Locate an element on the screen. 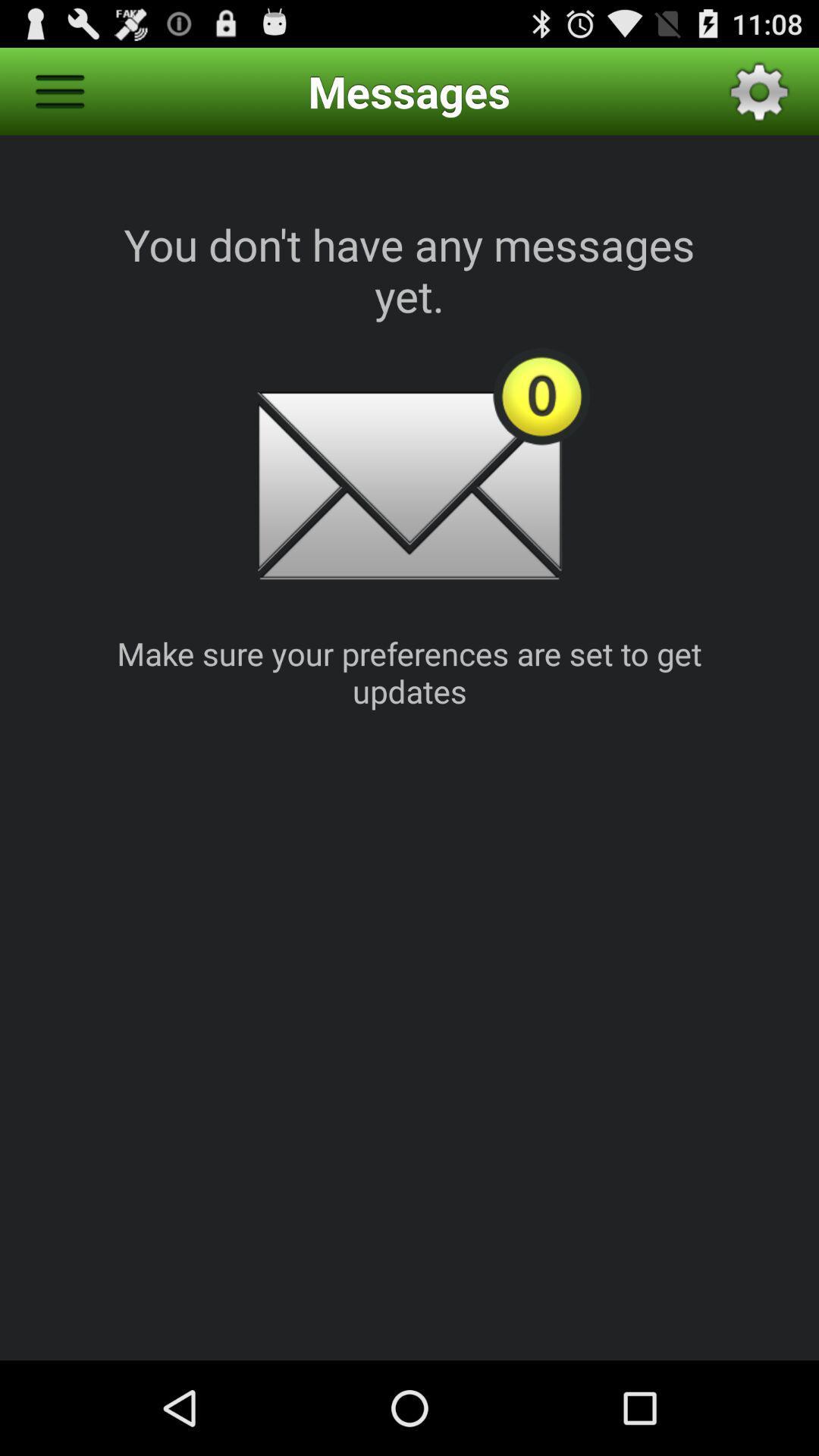 This screenshot has height=1456, width=819. app above you don t app is located at coordinates (58, 90).